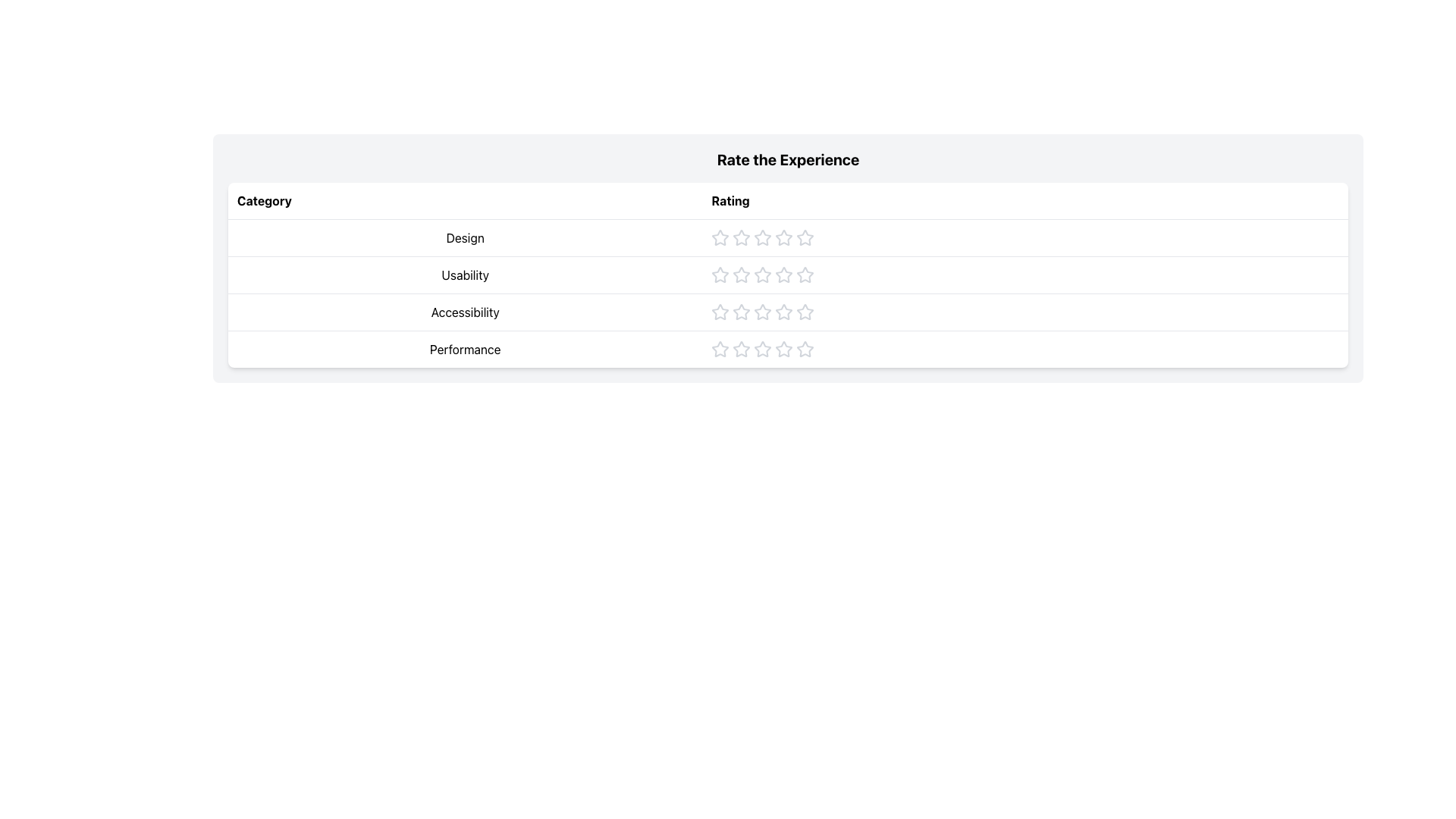  What do you see at coordinates (783, 275) in the screenshot?
I see `the fourth star icon in the 'Usability' category under the 'Rate the Experience' section` at bounding box center [783, 275].